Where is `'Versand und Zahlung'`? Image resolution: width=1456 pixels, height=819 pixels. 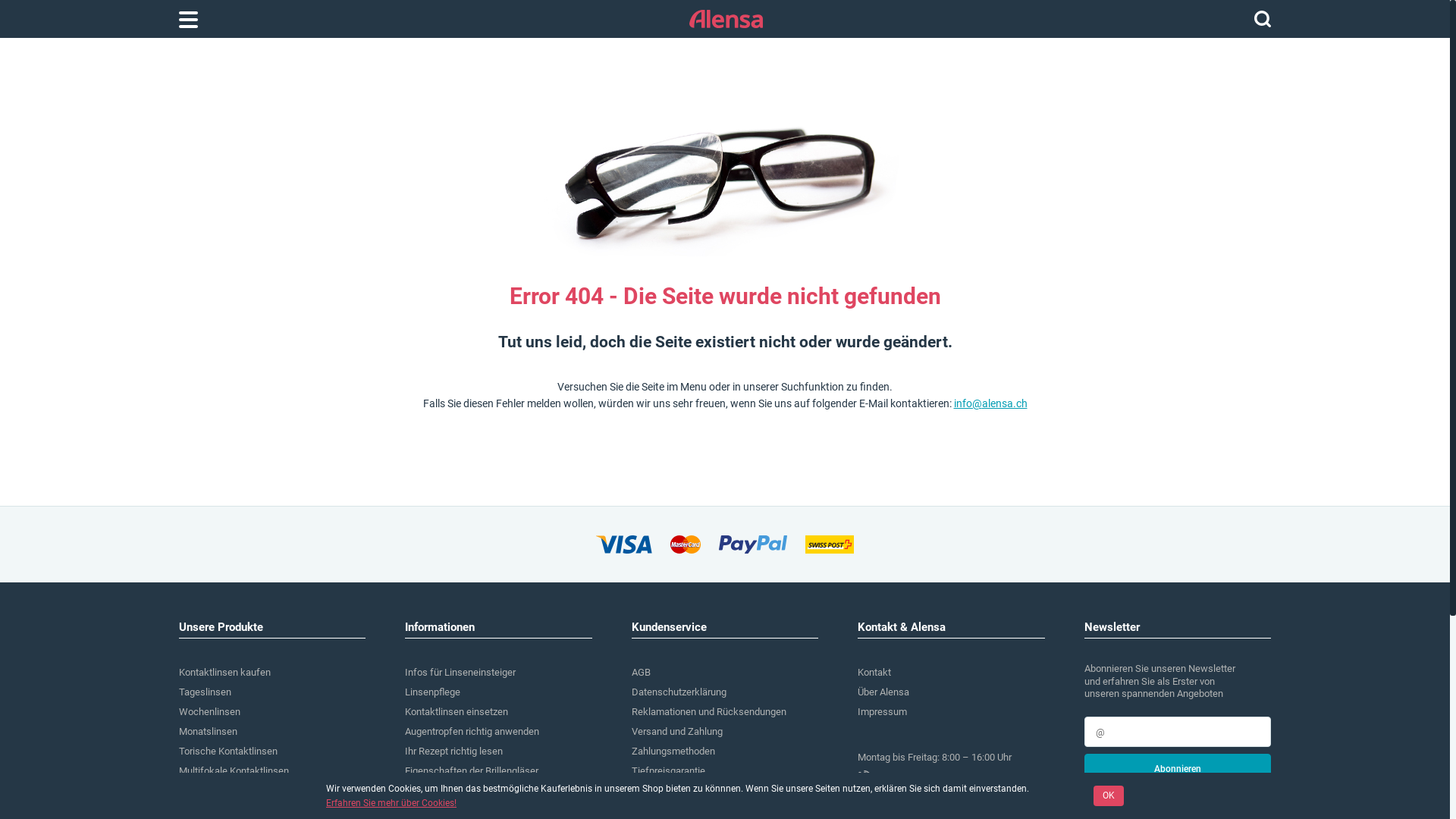 'Versand und Zahlung' is located at coordinates (676, 730).